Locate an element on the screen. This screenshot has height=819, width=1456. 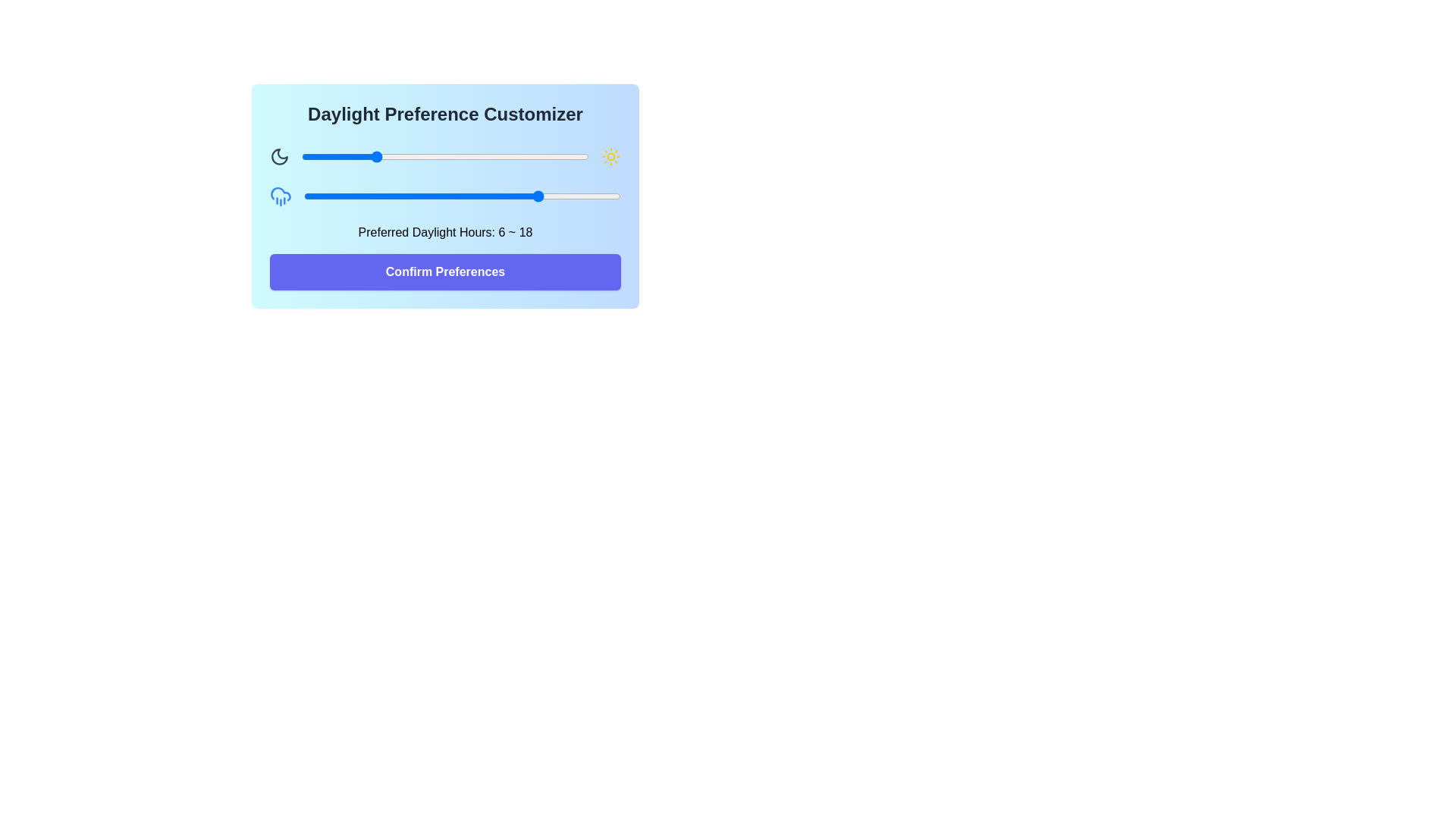
the daylight hours is located at coordinates (312, 157).